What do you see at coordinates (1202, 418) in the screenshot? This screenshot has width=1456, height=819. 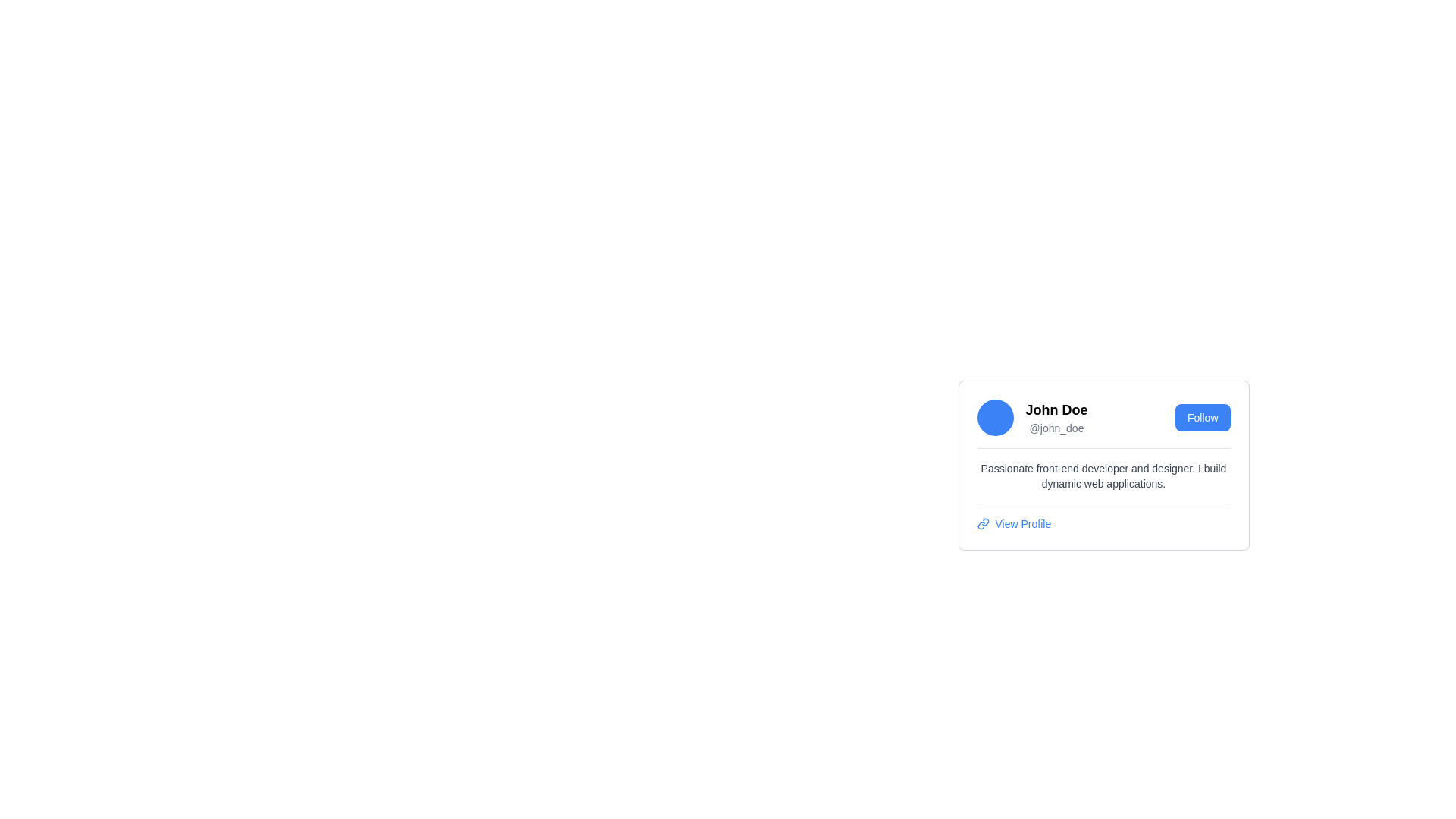 I see `the 'Follow' button, which has a blue background and white text, to follow the user '@john_doe'` at bounding box center [1202, 418].